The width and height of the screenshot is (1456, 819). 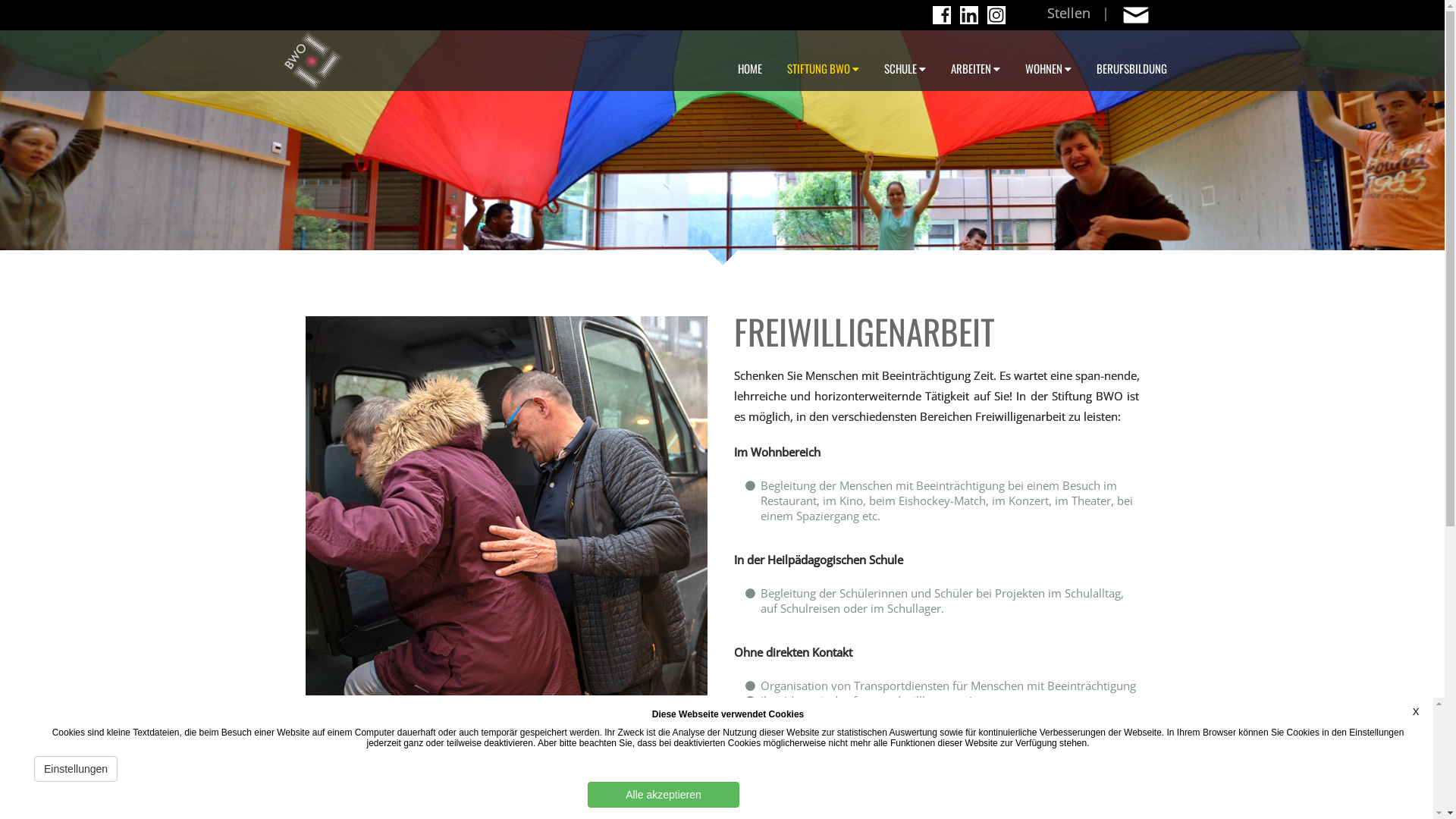 What do you see at coordinates (1415, 711) in the screenshot?
I see `'X'` at bounding box center [1415, 711].